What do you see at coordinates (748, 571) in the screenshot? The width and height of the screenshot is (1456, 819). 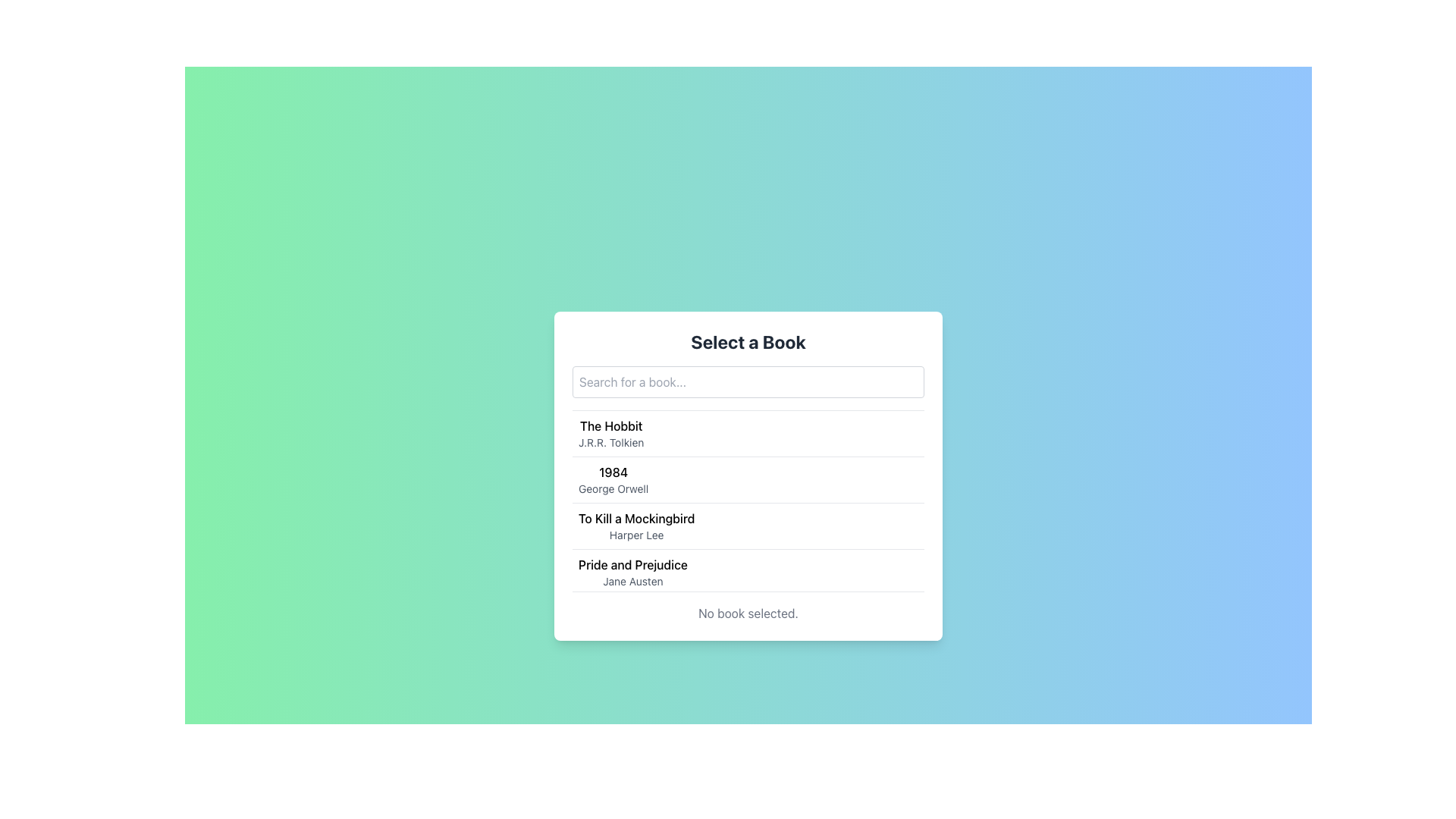 I see `the bottom-most list item that signifies the book 'Pride and Prejudice' by 'Jane Austen'` at bounding box center [748, 571].